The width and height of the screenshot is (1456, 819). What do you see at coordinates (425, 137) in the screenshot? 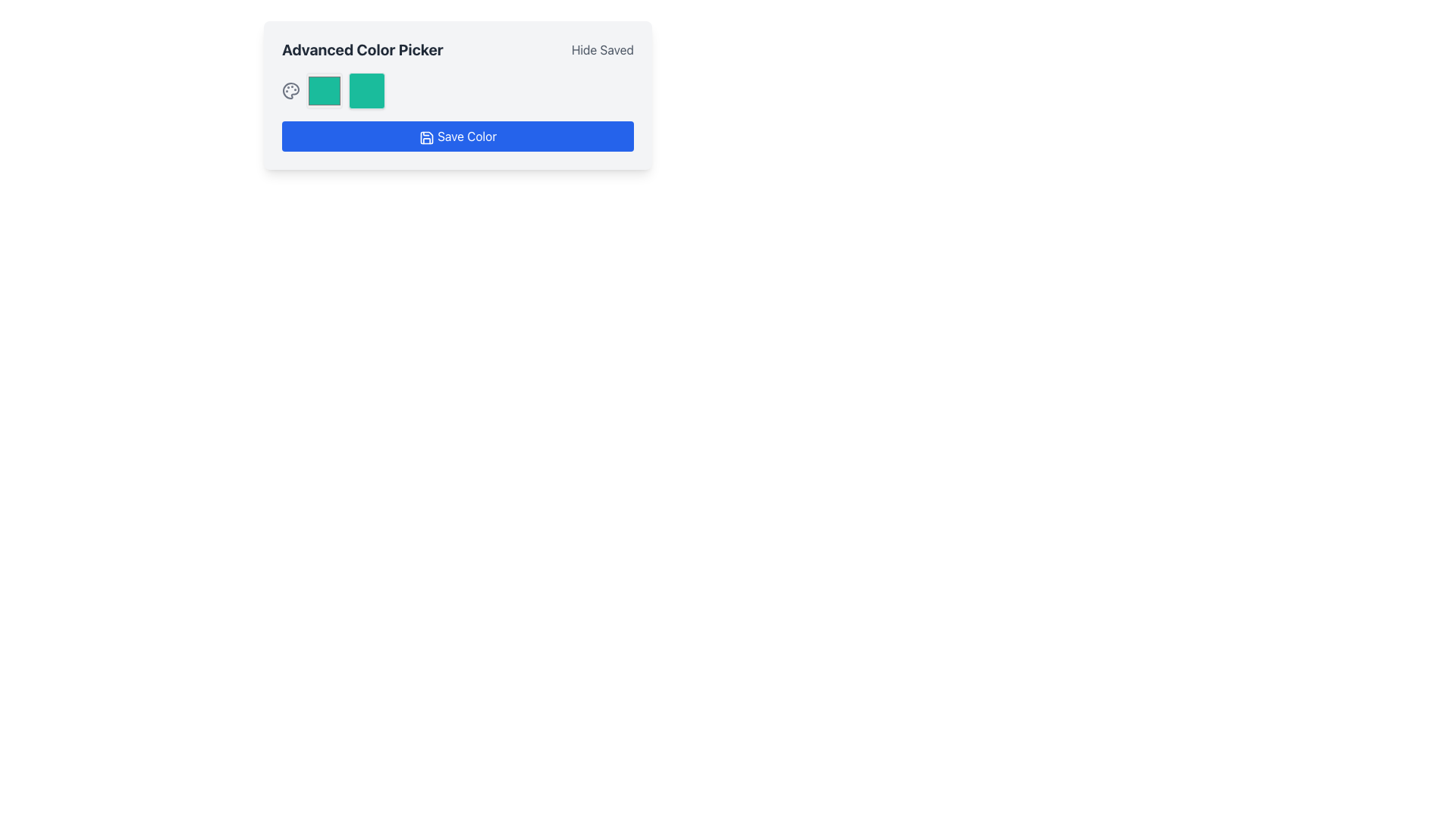
I see `the save icon located on the left side of the 'Save Color' button` at bounding box center [425, 137].